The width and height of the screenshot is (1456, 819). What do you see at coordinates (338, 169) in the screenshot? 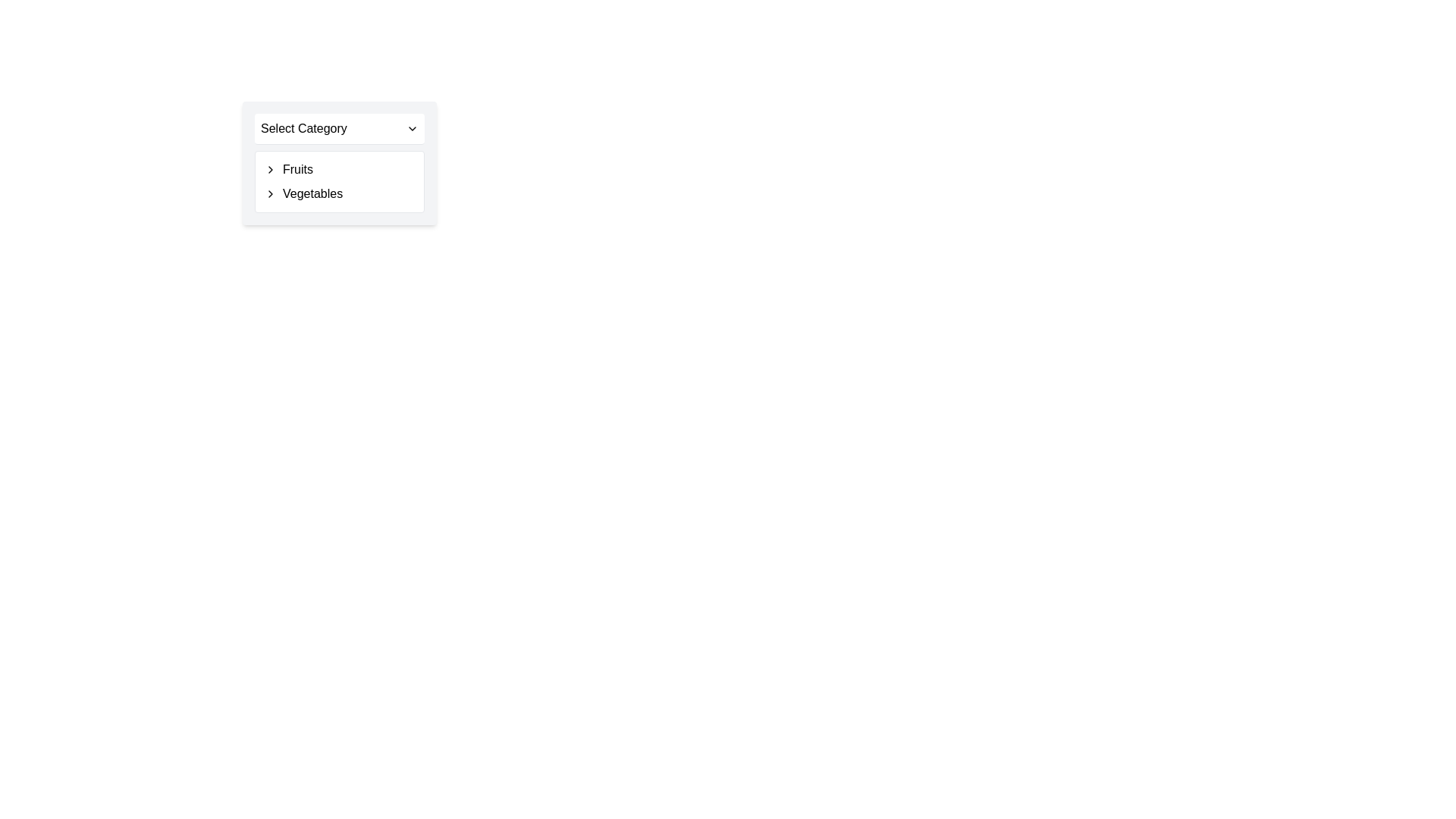
I see `the selectable item labeled 'Fruits' within the category list` at bounding box center [338, 169].